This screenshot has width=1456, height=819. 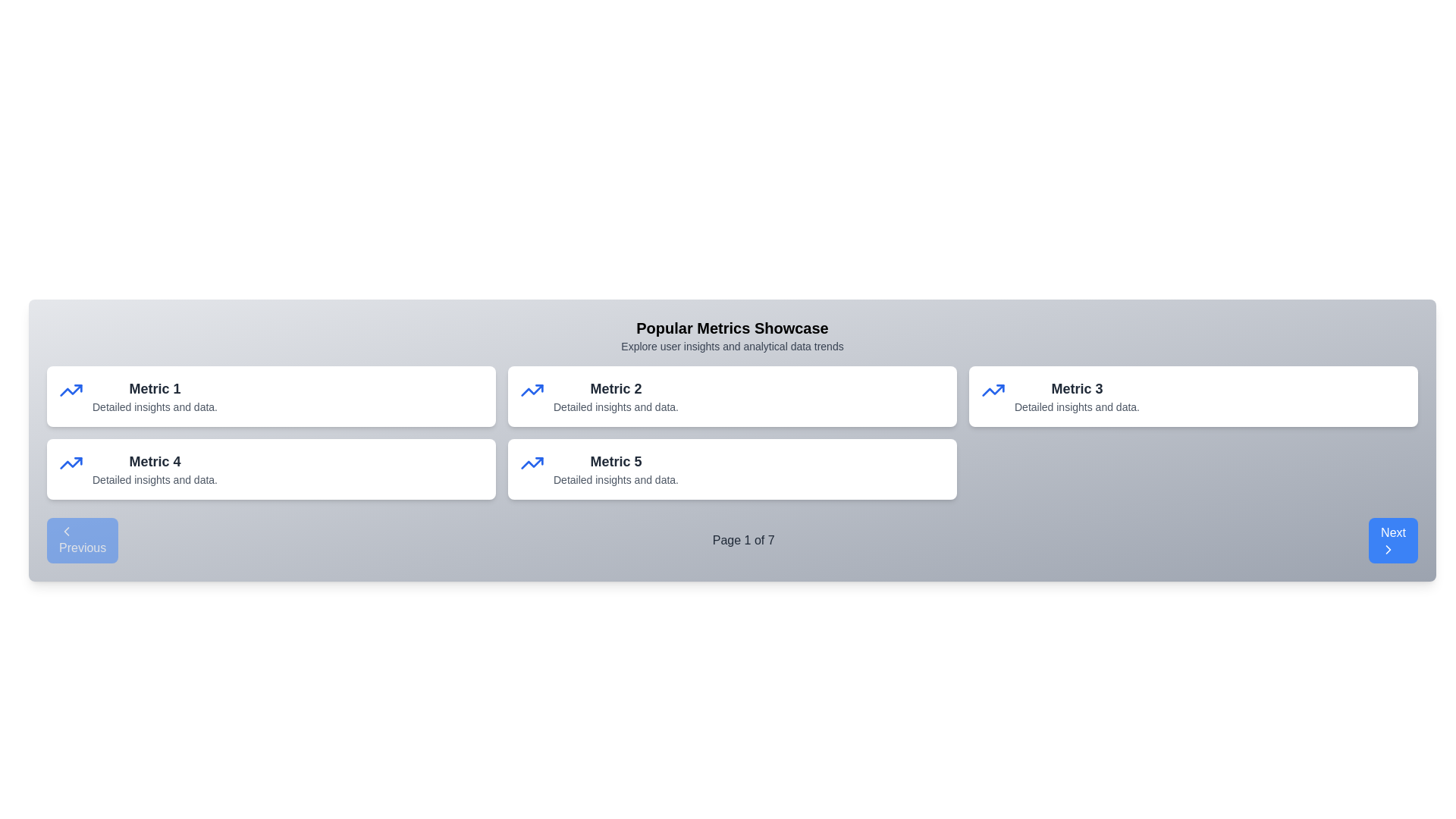 I want to click on text label that displays 'Detailed insights and data.' located under the card labeled 'Metric 2' in the second column of the top row of cards, so click(x=616, y=406).